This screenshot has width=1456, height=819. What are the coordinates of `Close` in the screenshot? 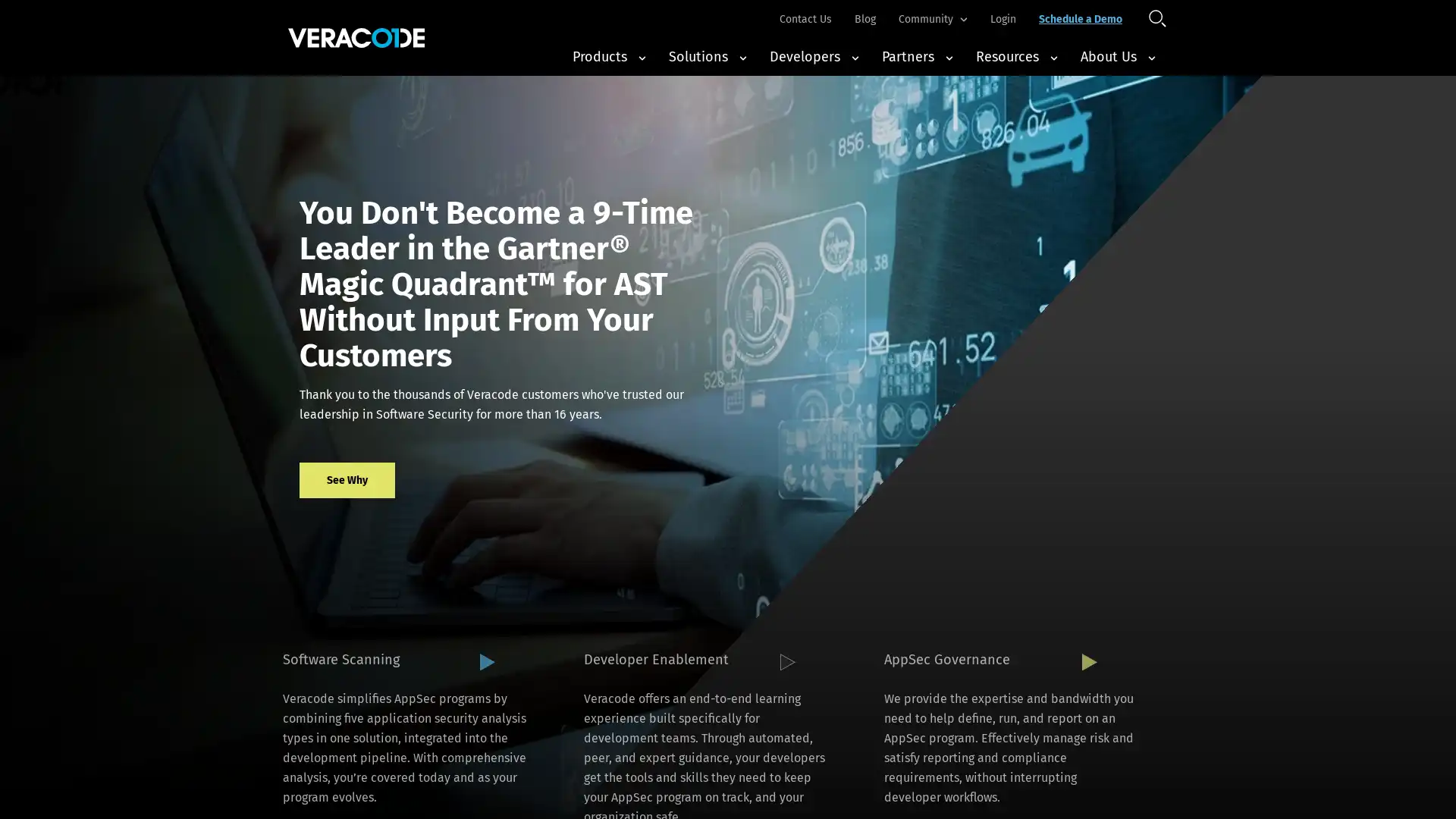 It's located at (1430, 761).